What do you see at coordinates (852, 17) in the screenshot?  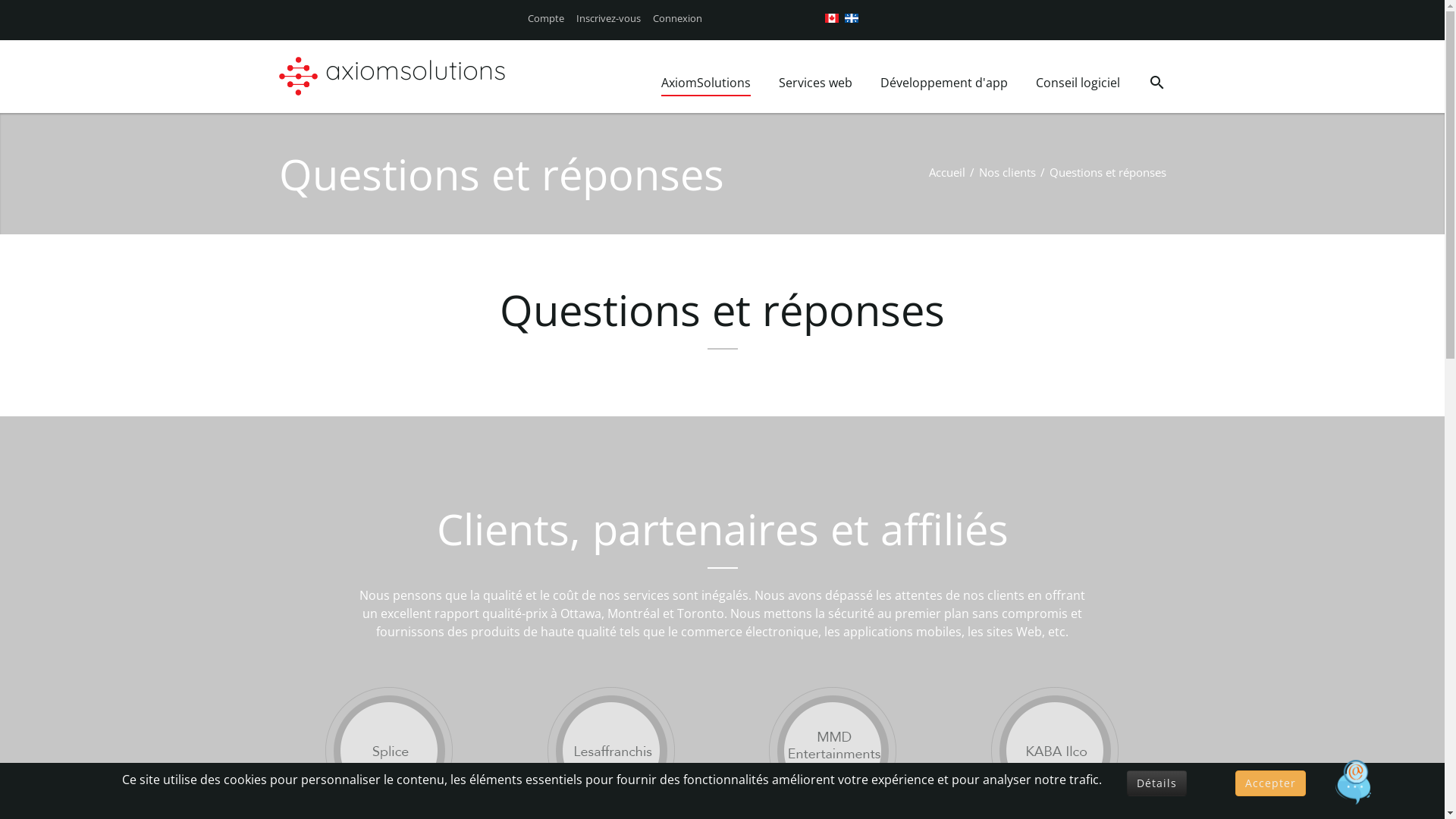 I see `'French (CA)'` at bounding box center [852, 17].